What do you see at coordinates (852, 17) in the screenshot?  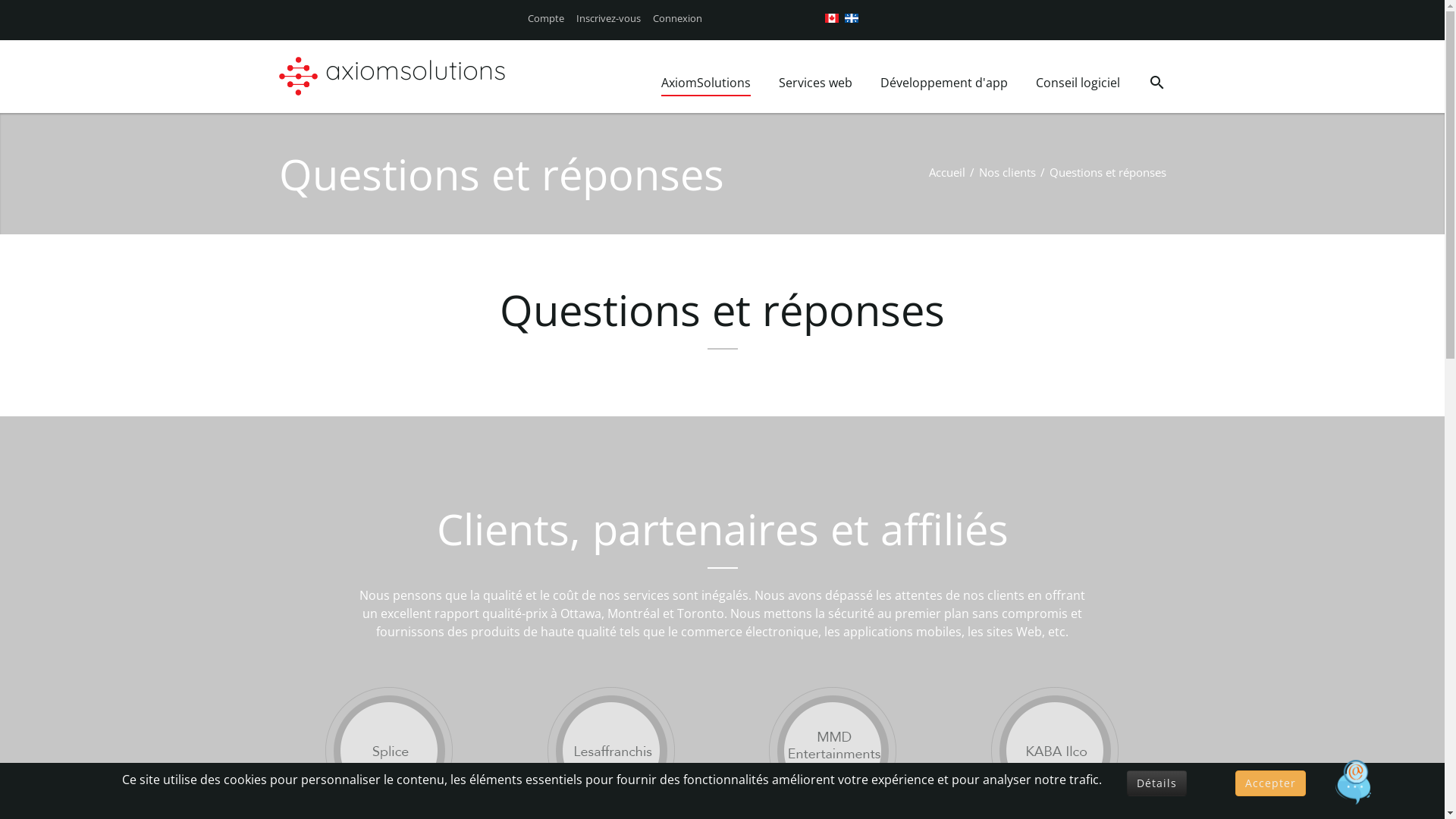 I see `'French (CA)'` at bounding box center [852, 17].